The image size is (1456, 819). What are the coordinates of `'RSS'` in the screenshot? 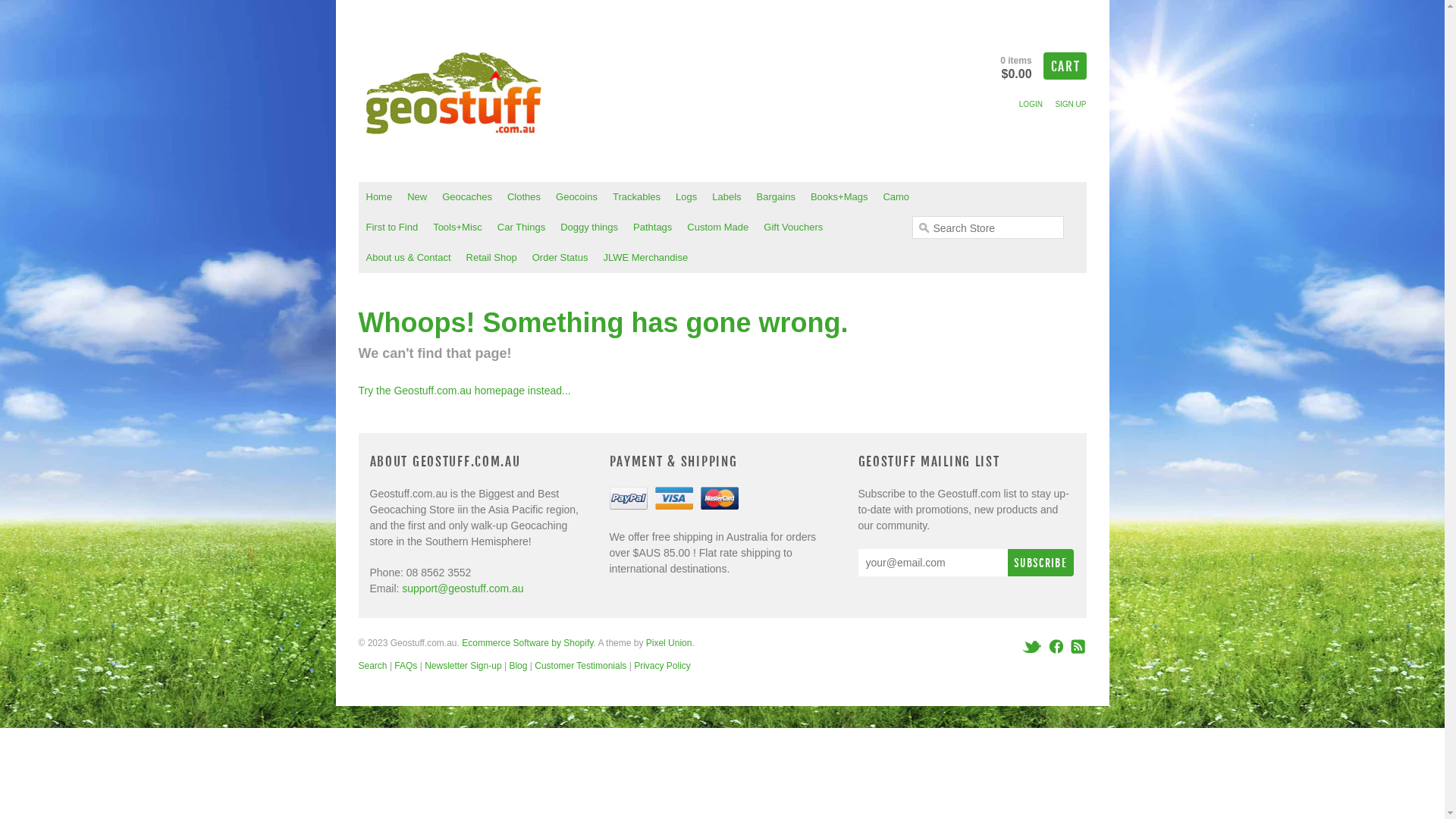 It's located at (1075, 646).